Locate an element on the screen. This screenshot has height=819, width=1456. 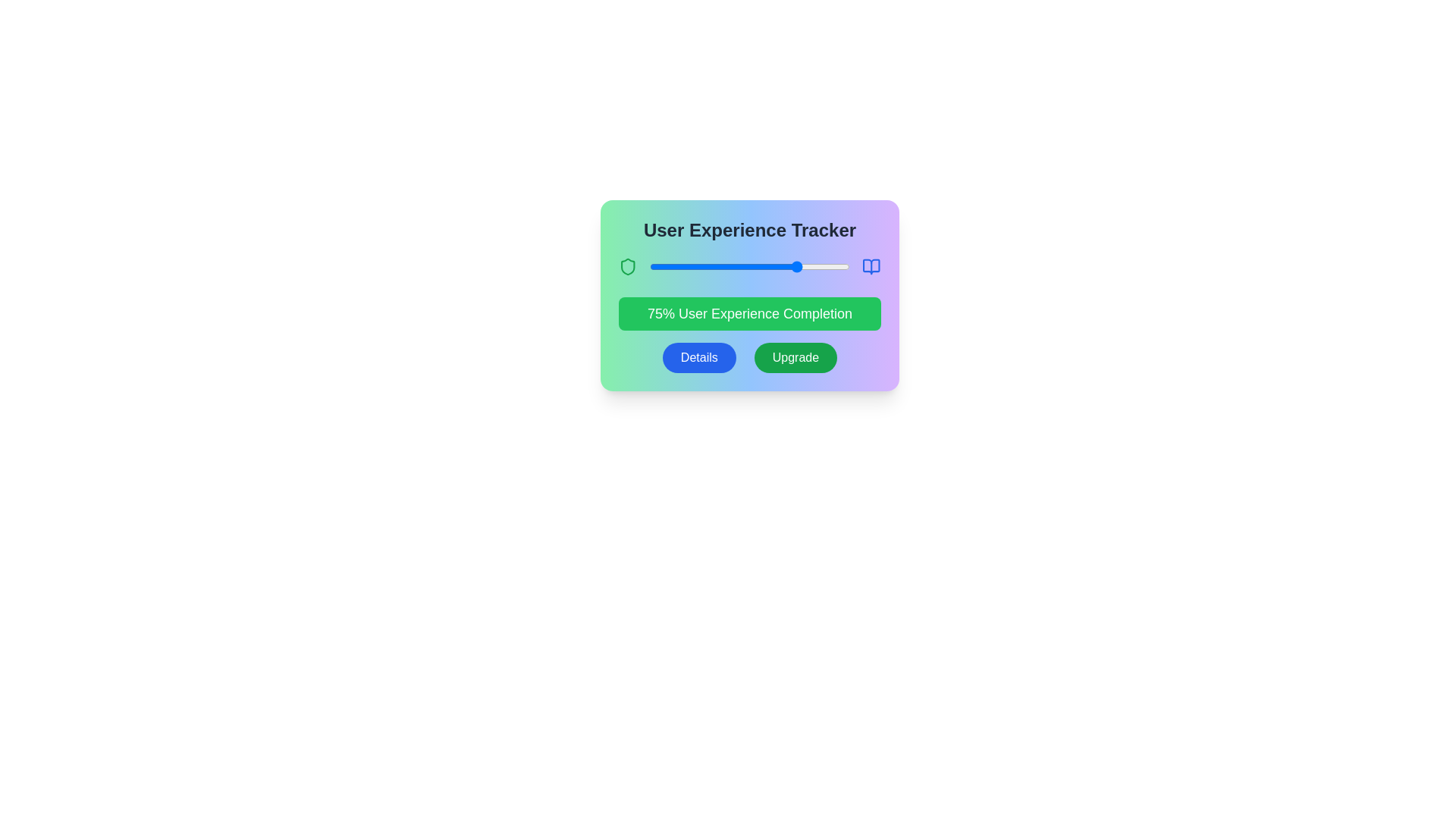
the 'Upgrade' button to initiate the upgrade process is located at coordinates (795, 357).